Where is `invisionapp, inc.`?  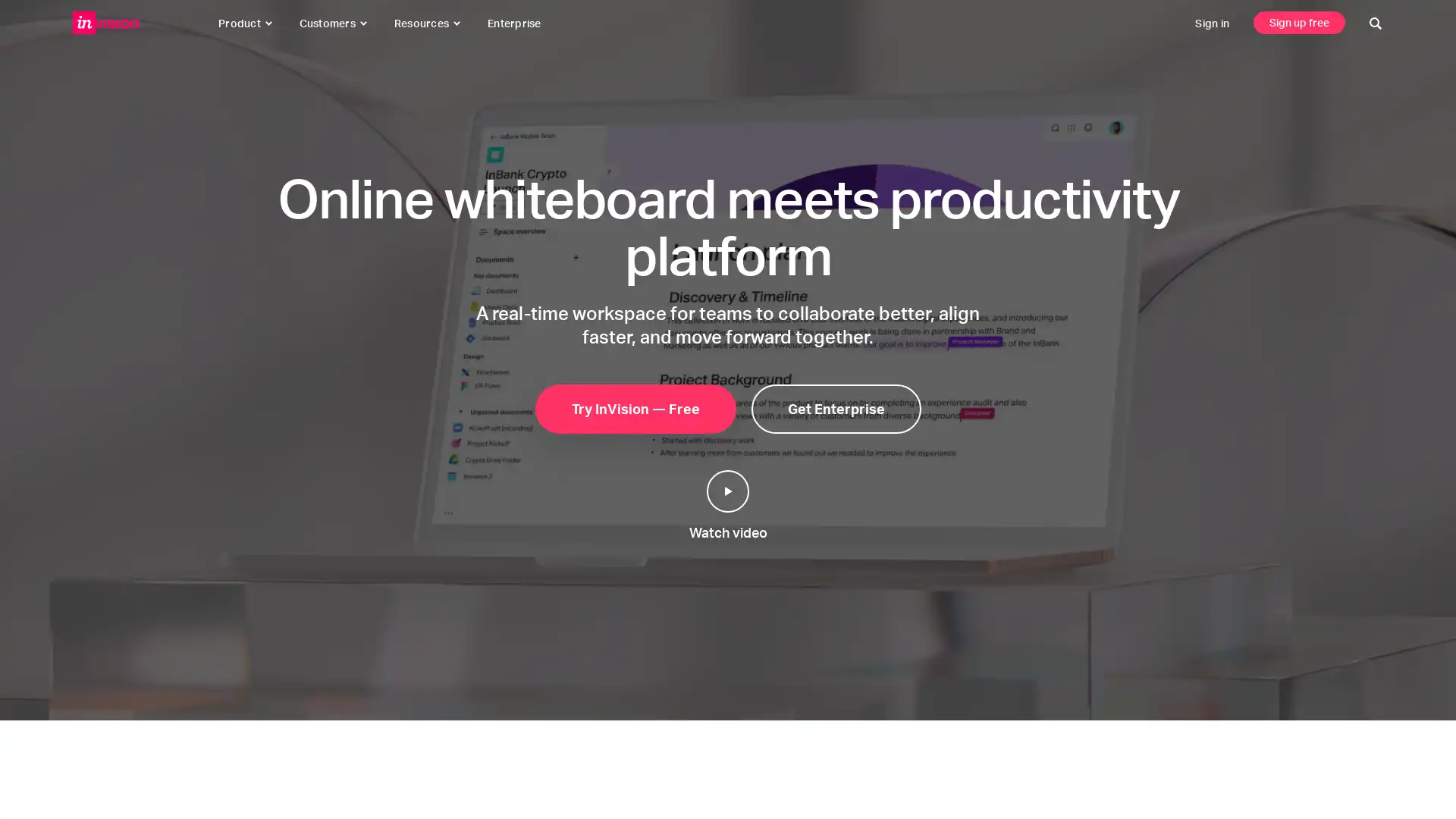 invisionapp, inc. is located at coordinates (105, 23).